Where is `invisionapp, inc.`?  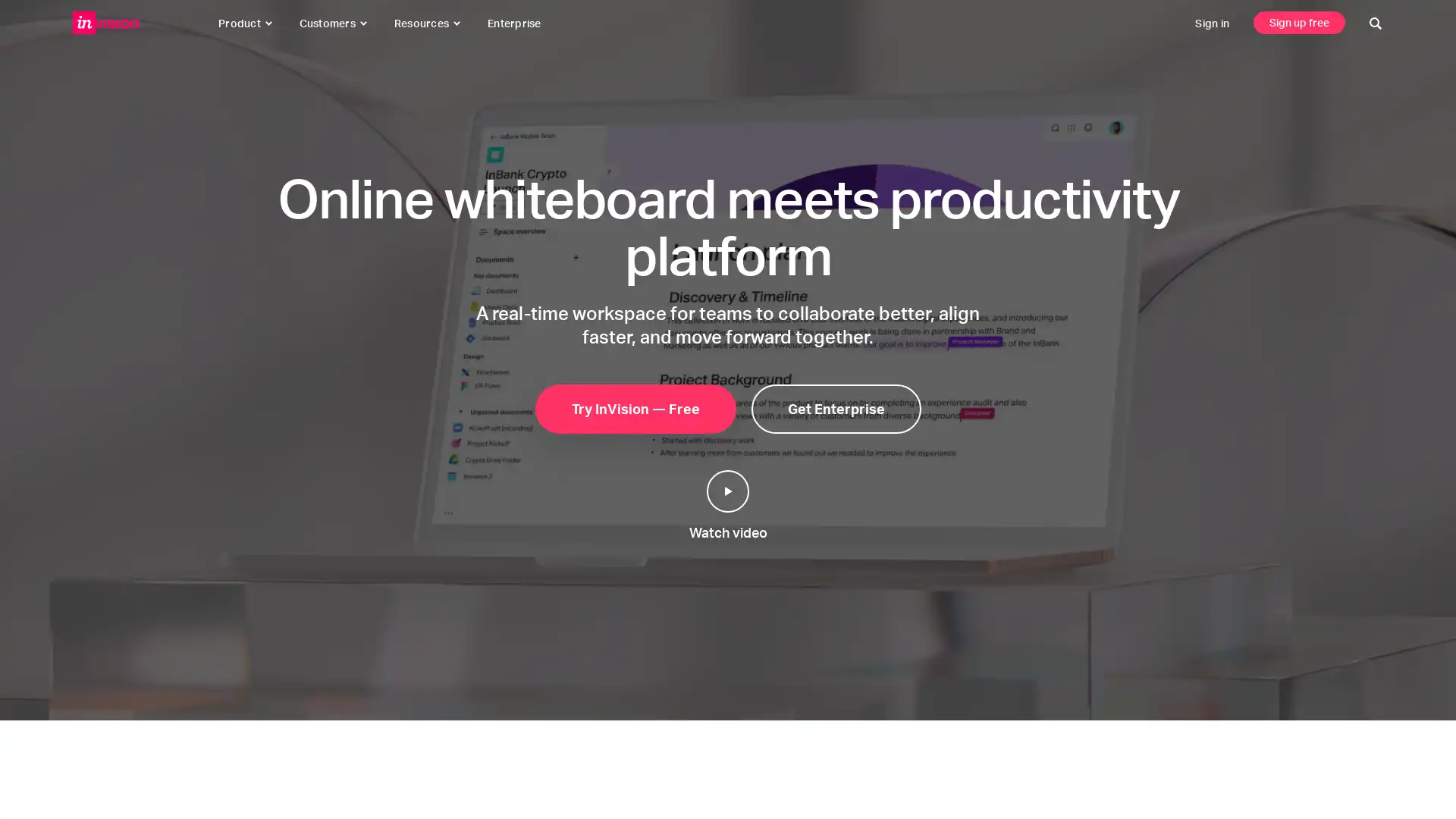 invisionapp, inc. is located at coordinates (105, 23).